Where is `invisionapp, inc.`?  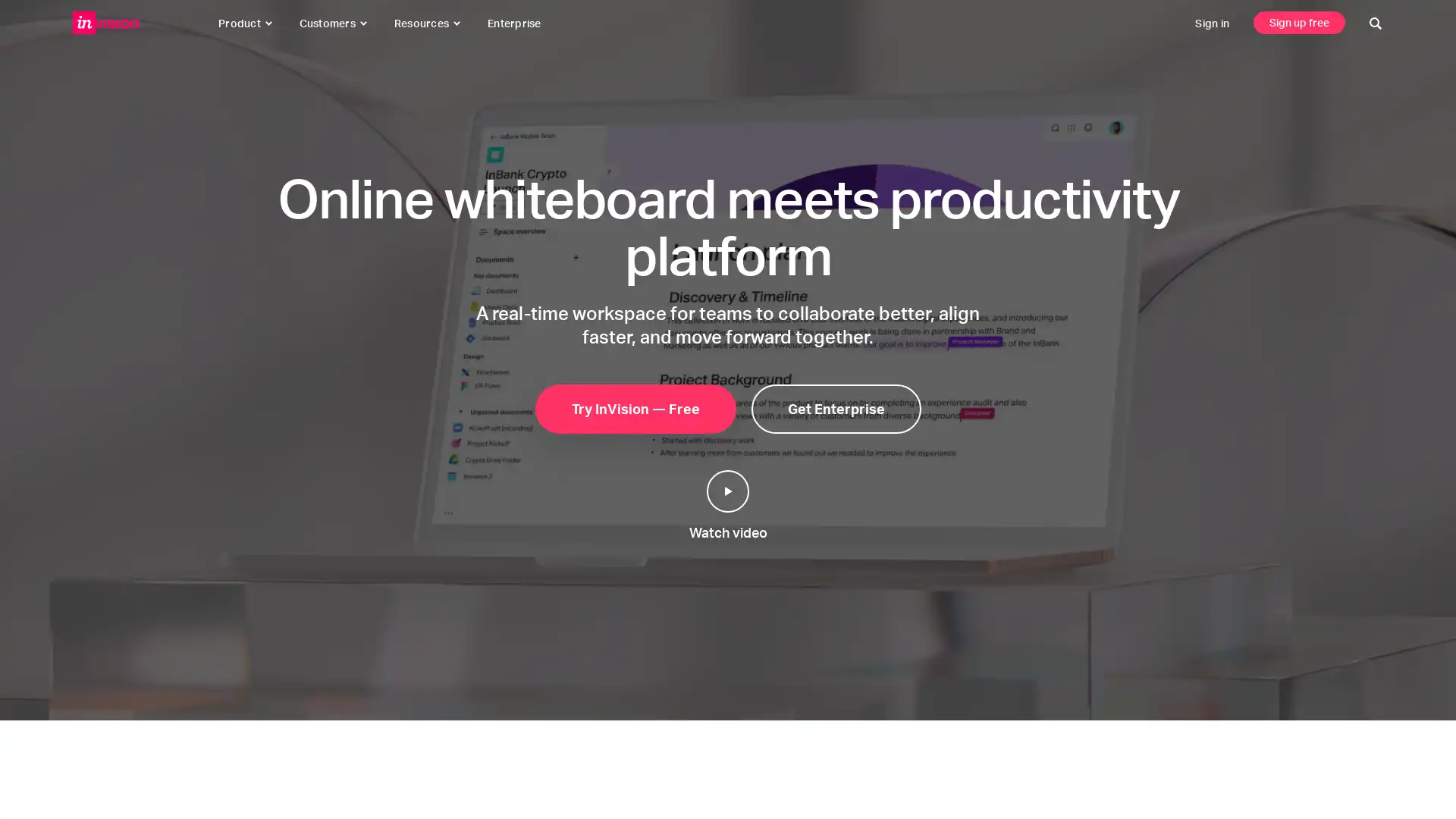 invisionapp, inc. is located at coordinates (105, 23).